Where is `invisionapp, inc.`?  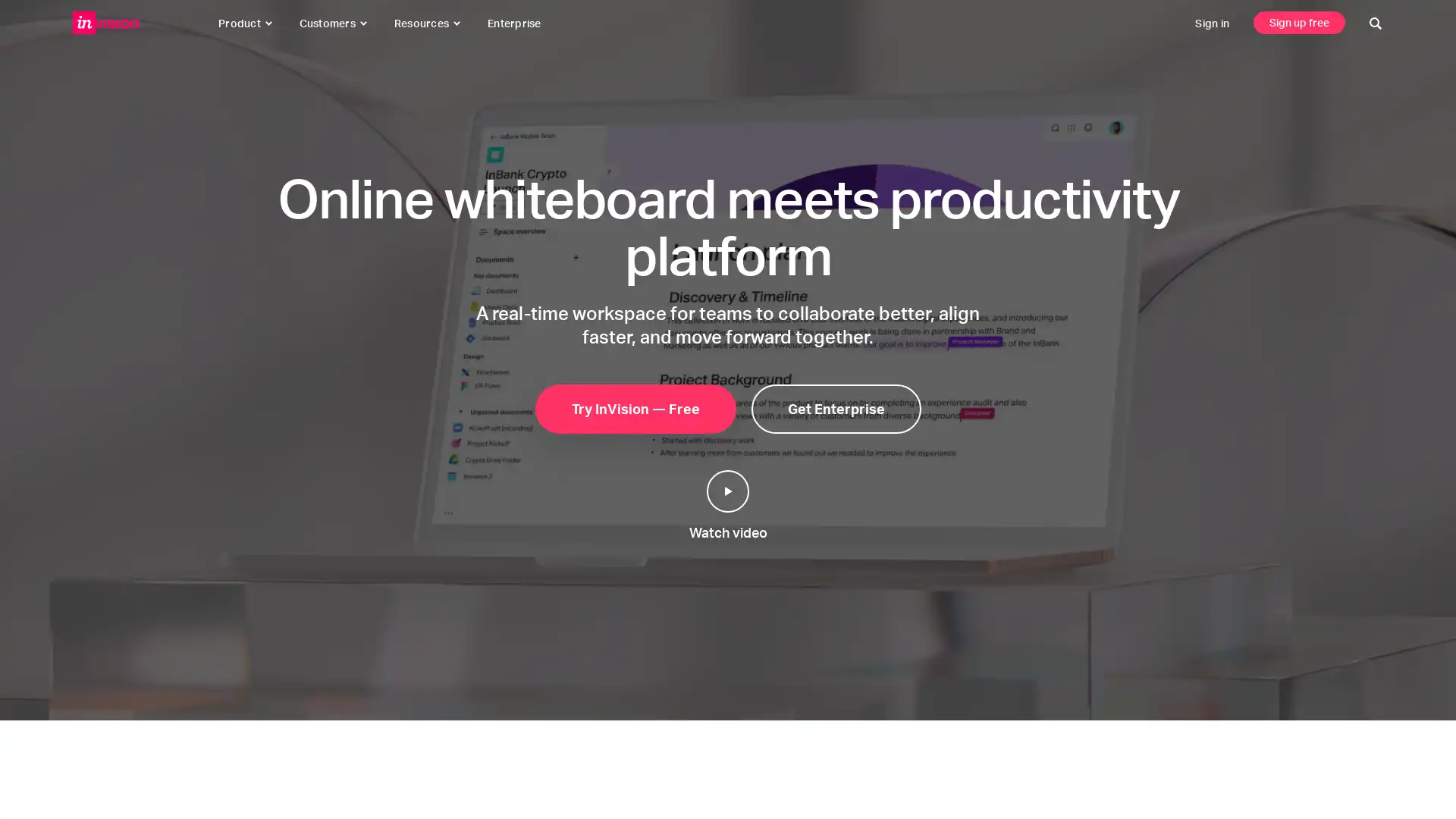 invisionapp, inc. is located at coordinates (105, 23).